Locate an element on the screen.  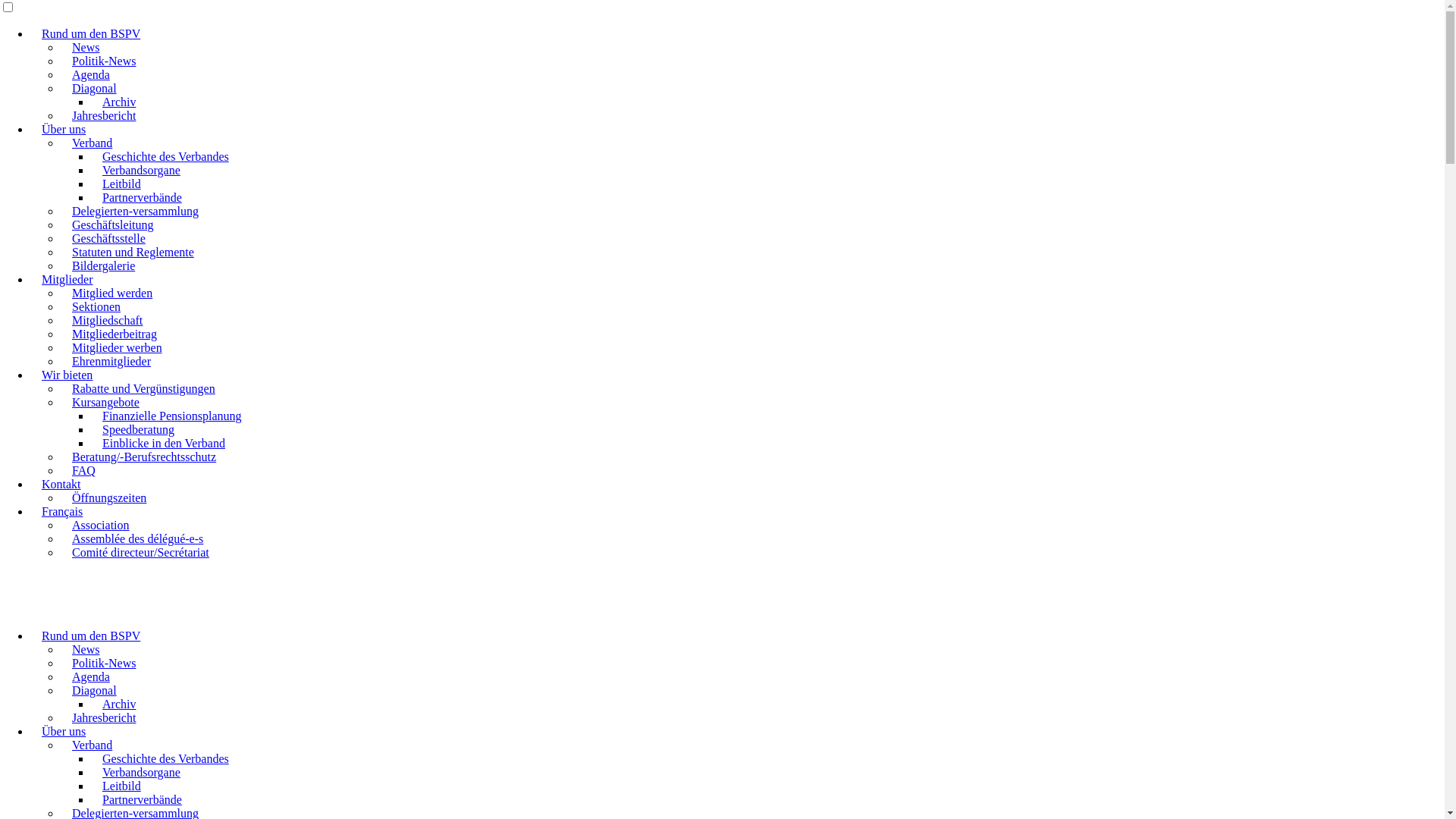
'News' is located at coordinates (85, 648).